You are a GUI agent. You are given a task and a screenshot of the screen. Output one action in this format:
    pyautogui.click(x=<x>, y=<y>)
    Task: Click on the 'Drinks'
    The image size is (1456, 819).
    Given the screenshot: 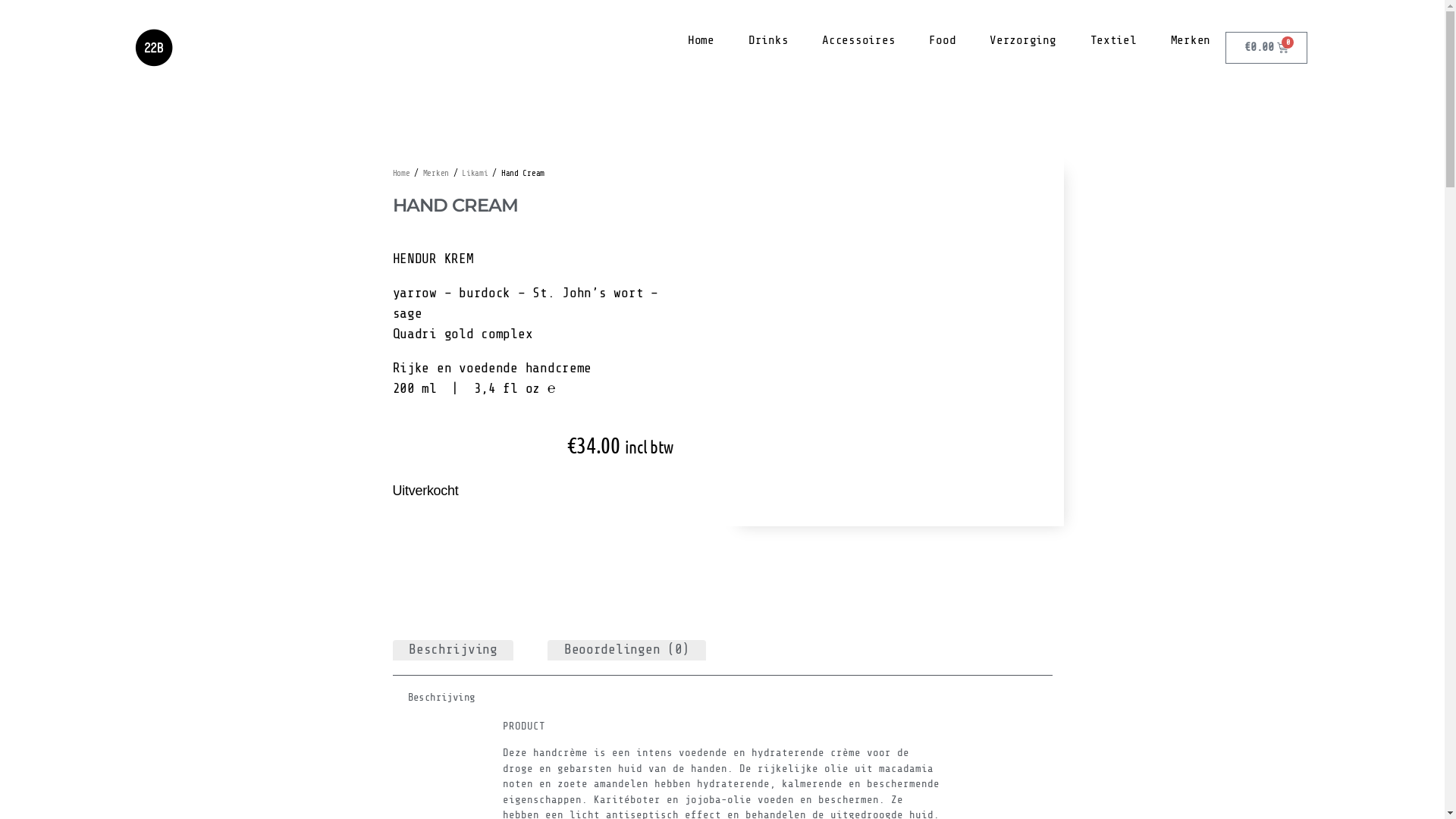 What is the action you would take?
    pyautogui.click(x=767, y=39)
    